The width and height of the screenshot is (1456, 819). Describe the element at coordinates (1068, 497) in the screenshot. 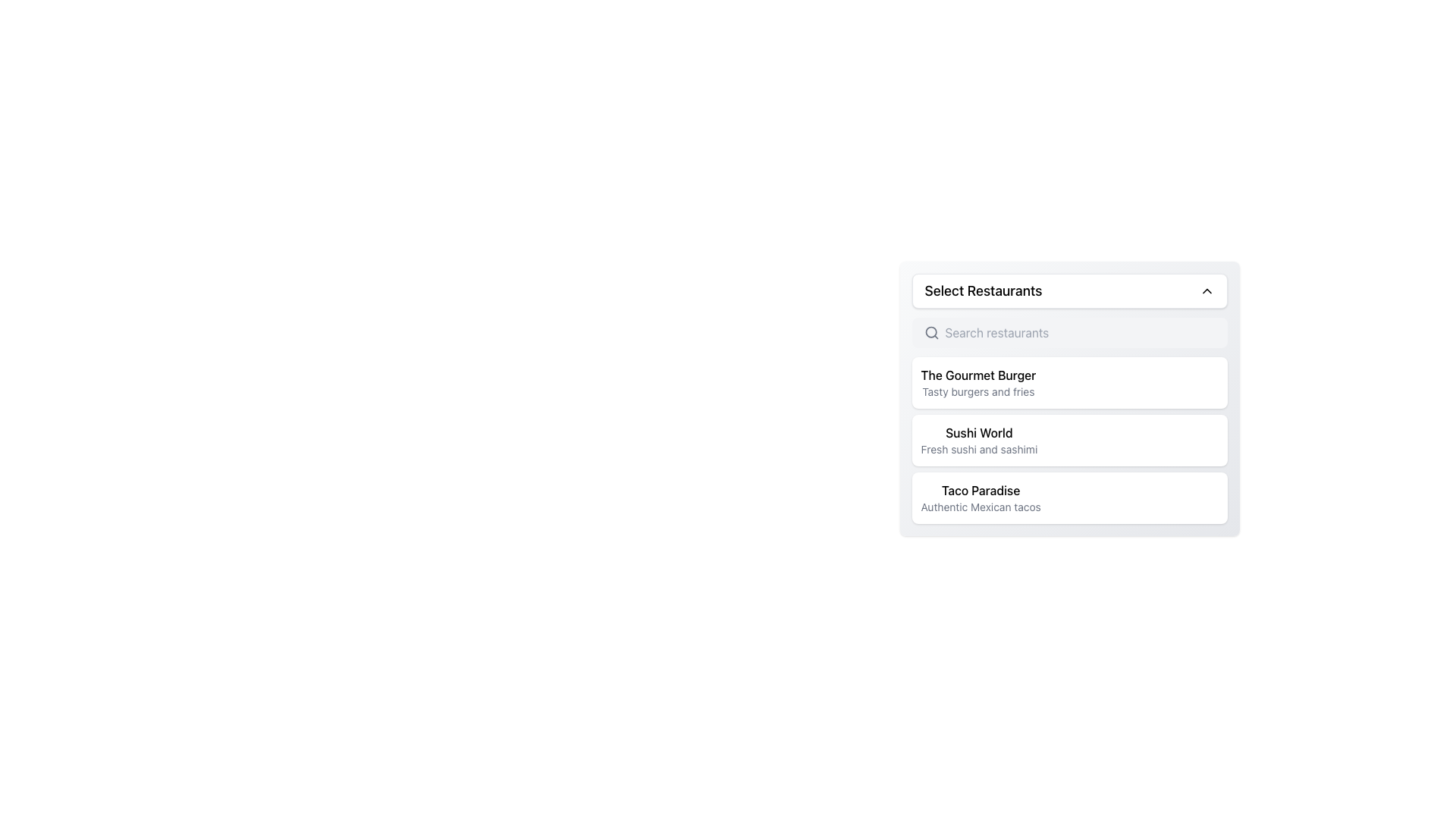

I see `the Informational Card titled 'Taco Paradise', which features a bold title and a subtitle, located below 'The Gourmet Burger' and 'Sushi World' in the 'Select Restaurants' list` at that location.